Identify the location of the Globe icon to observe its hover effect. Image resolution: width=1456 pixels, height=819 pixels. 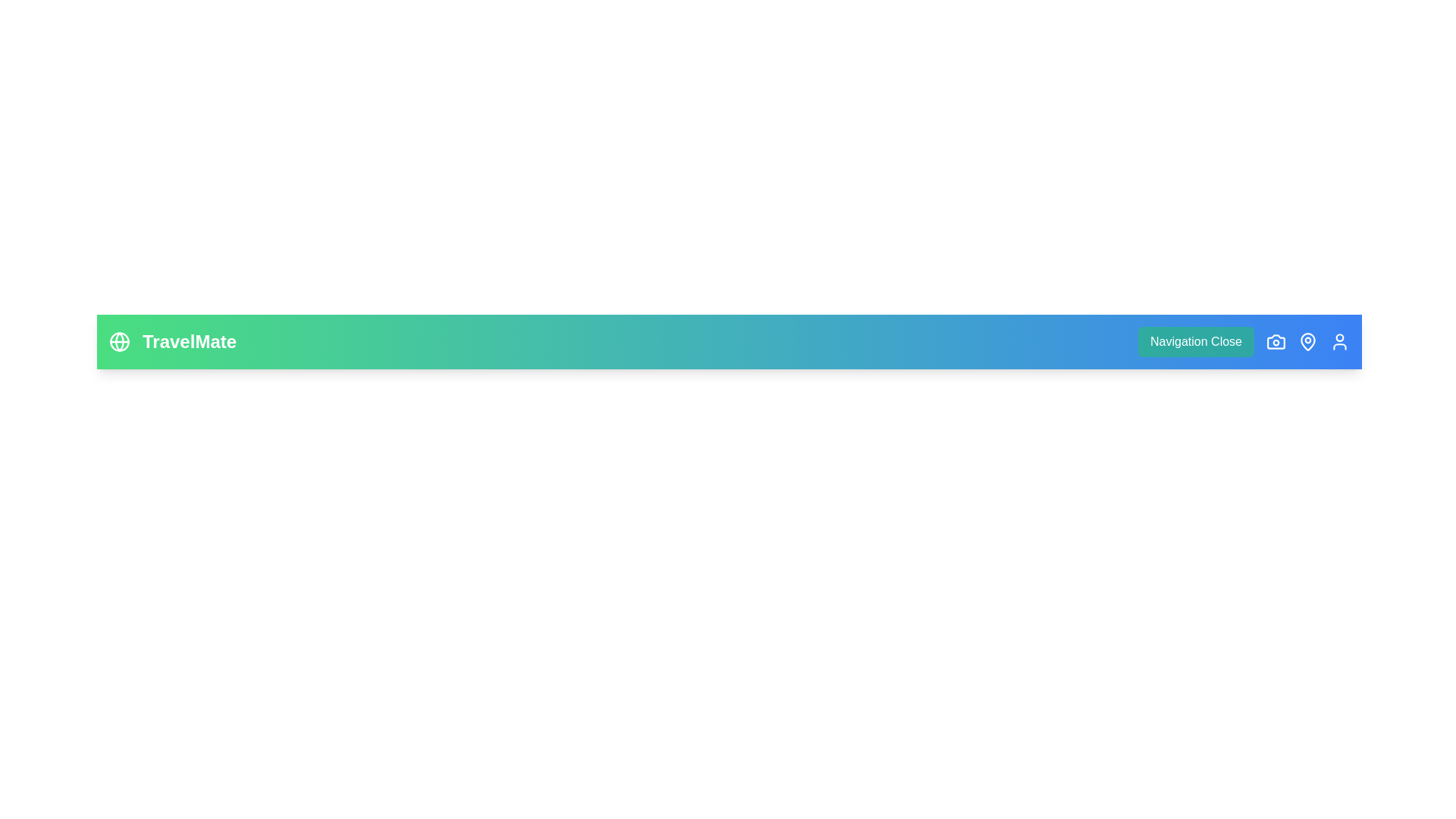
(119, 342).